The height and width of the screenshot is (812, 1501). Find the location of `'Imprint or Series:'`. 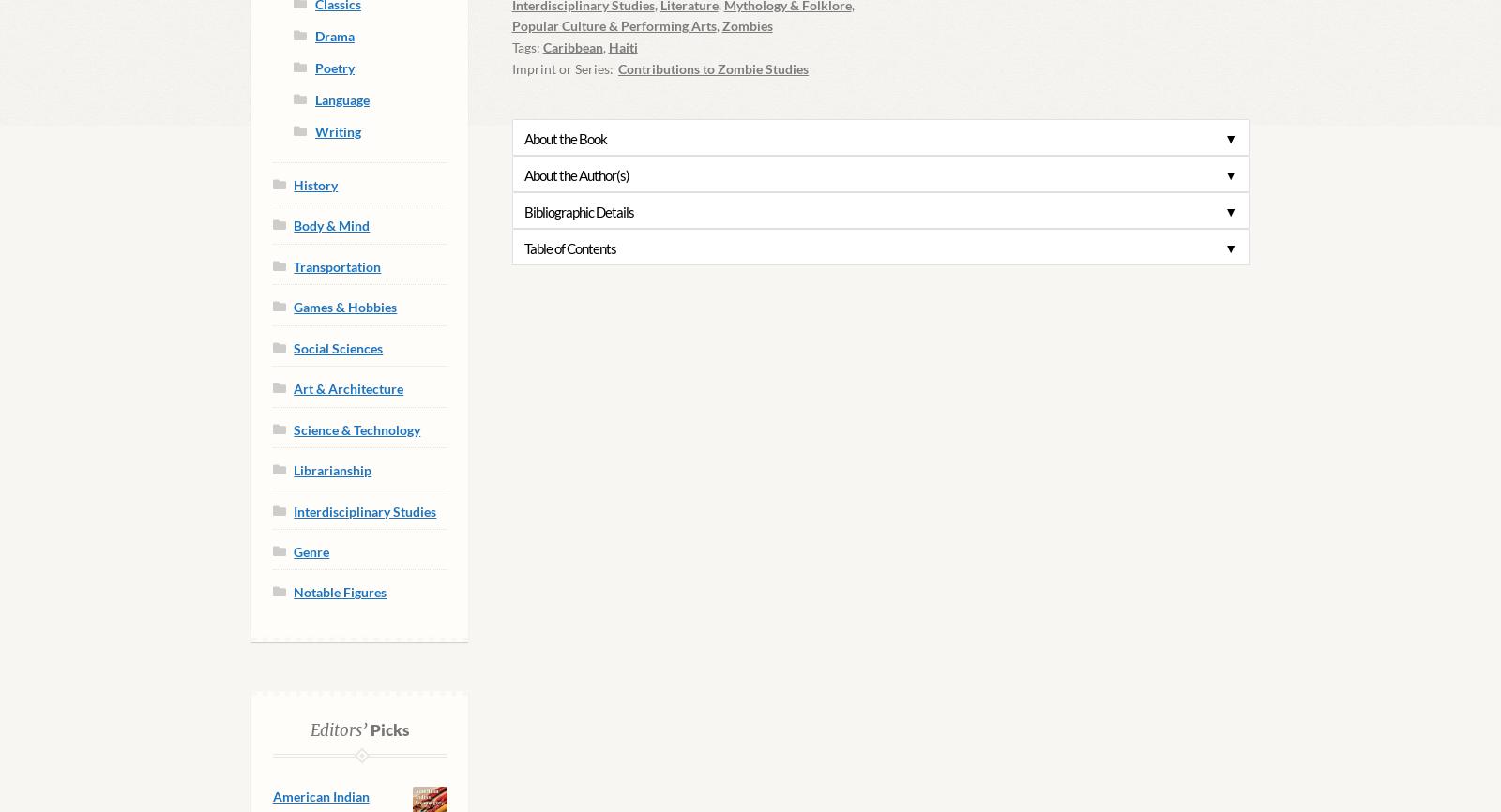

'Imprint or Series:' is located at coordinates (509, 68).